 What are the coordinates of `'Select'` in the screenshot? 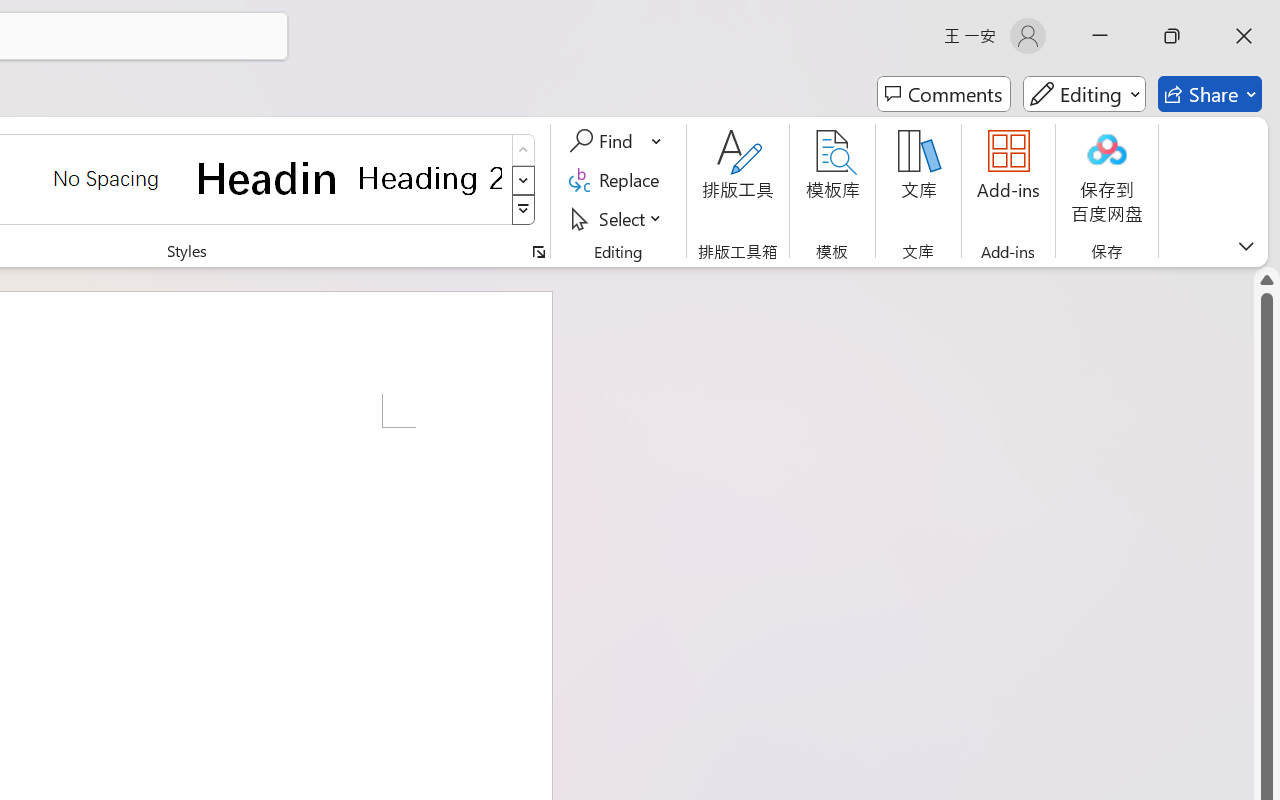 It's located at (617, 218).